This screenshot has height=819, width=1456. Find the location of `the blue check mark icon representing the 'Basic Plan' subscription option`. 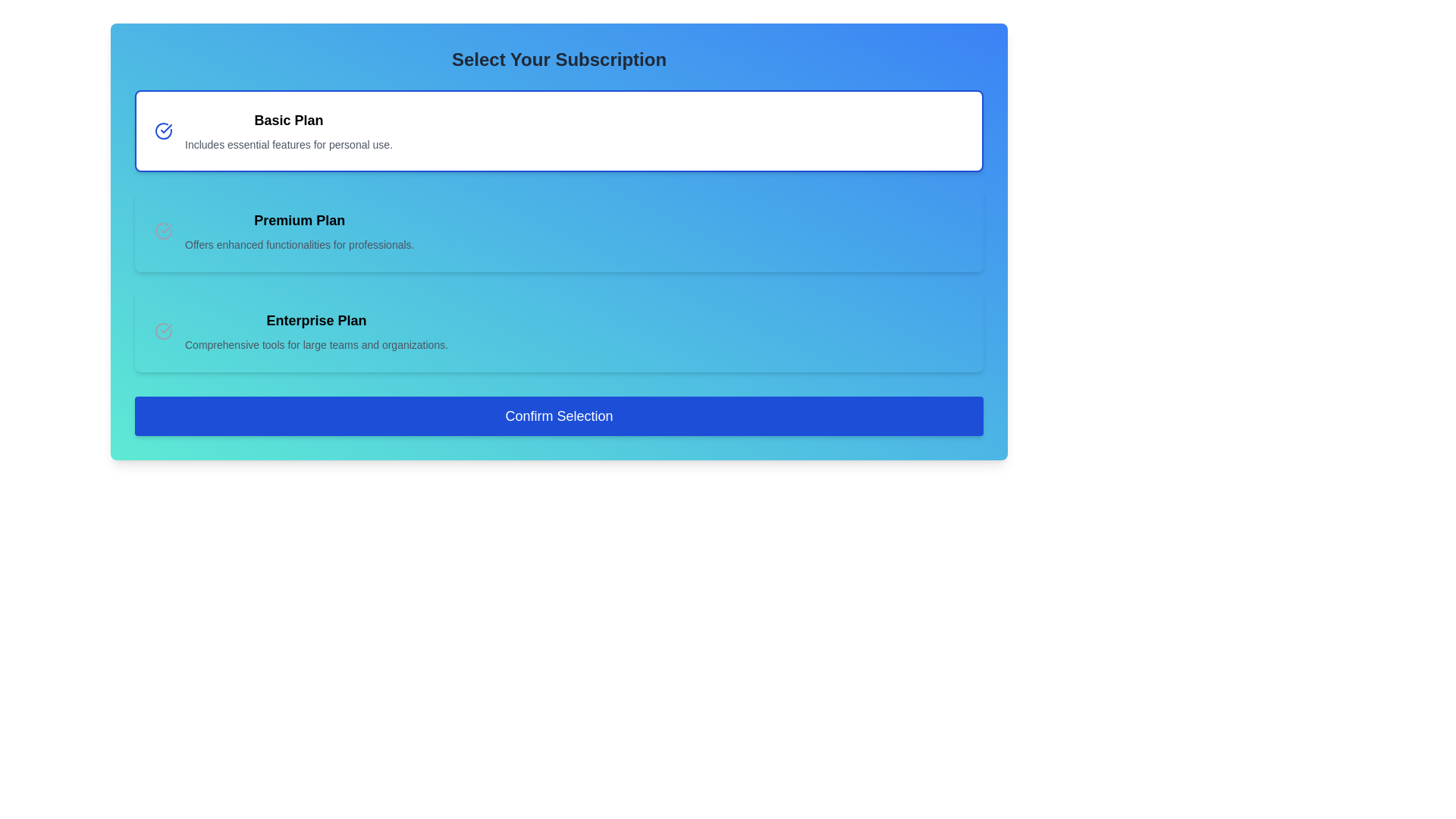

the blue check mark icon representing the 'Basic Plan' subscription option is located at coordinates (166, 127).